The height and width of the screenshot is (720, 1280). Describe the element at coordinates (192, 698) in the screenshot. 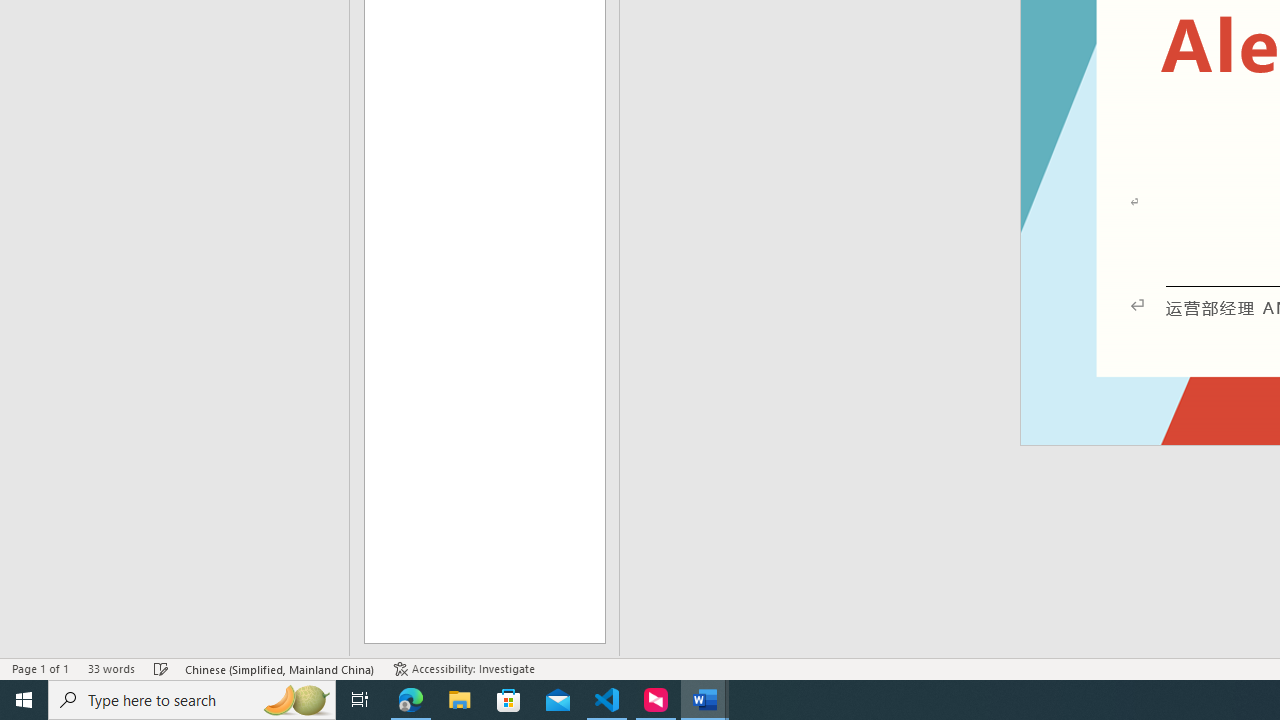

I see `'Type here to search'` at that location.